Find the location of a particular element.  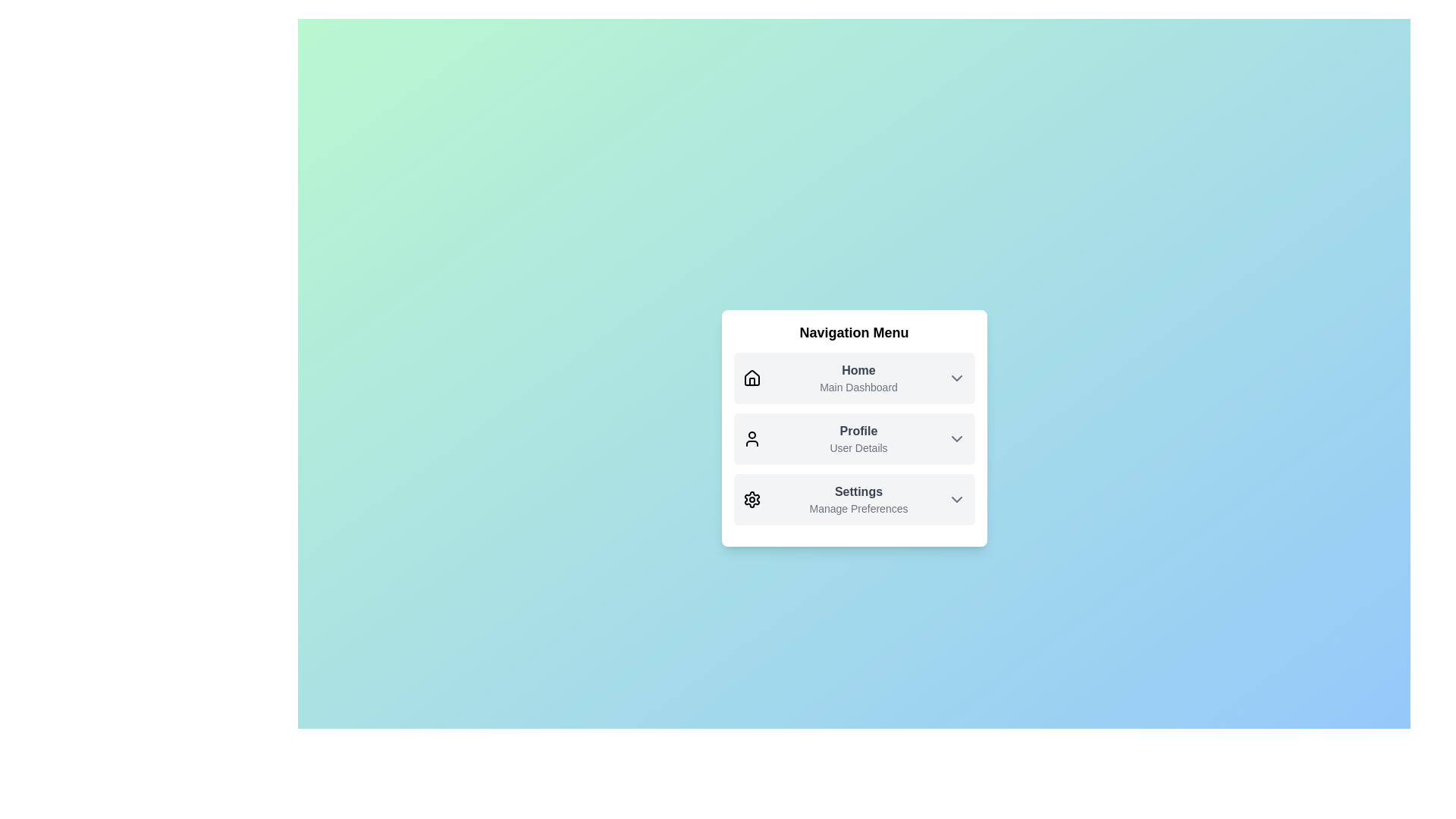

the menu item Settings to navigate is located at coordinates (854, 500).